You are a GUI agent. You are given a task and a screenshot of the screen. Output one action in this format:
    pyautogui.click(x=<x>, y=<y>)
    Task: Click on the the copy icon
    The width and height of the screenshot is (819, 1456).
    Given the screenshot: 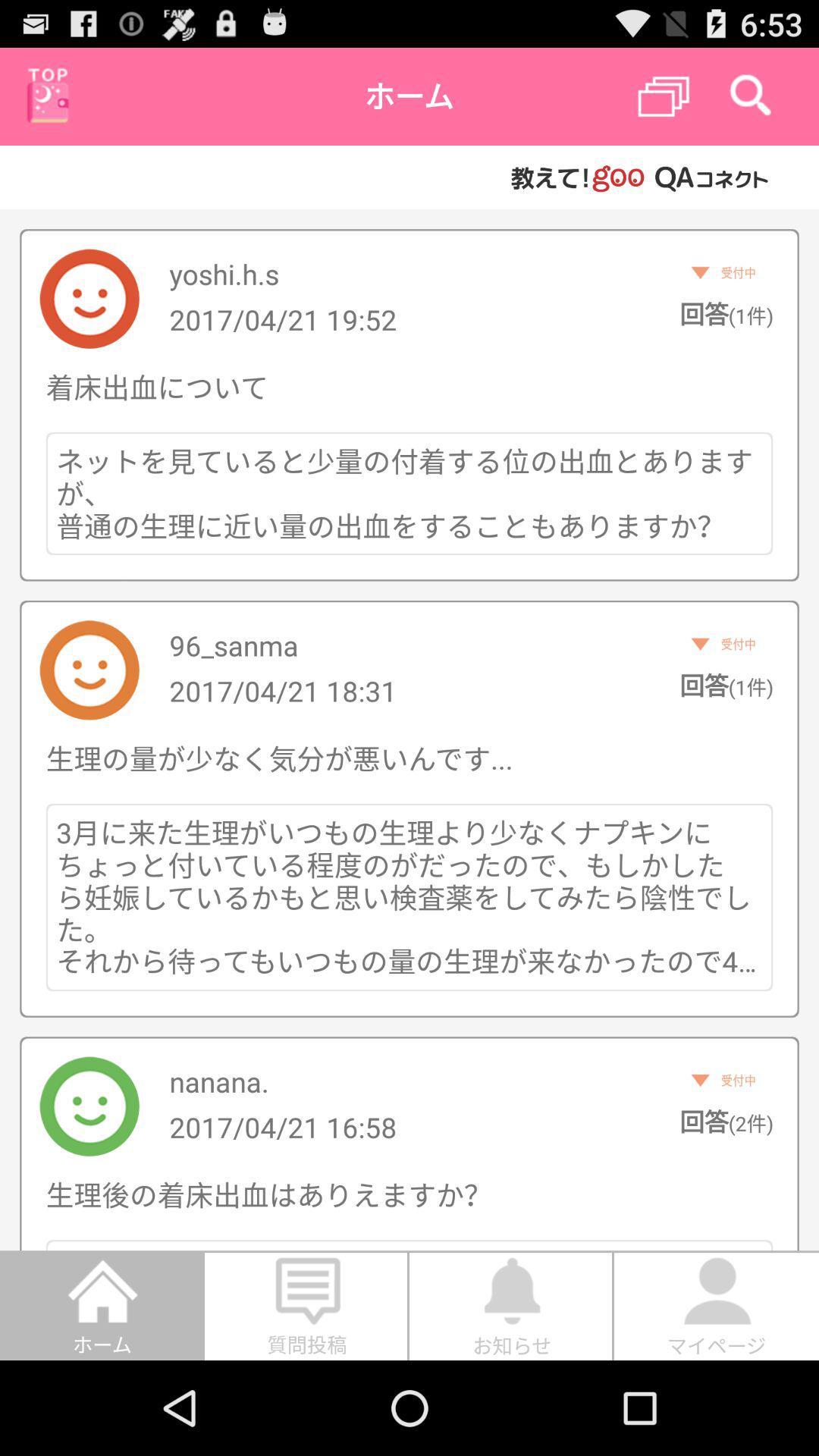 What is the action you would take?
    pyautogui.click(x=663, y=102)
    